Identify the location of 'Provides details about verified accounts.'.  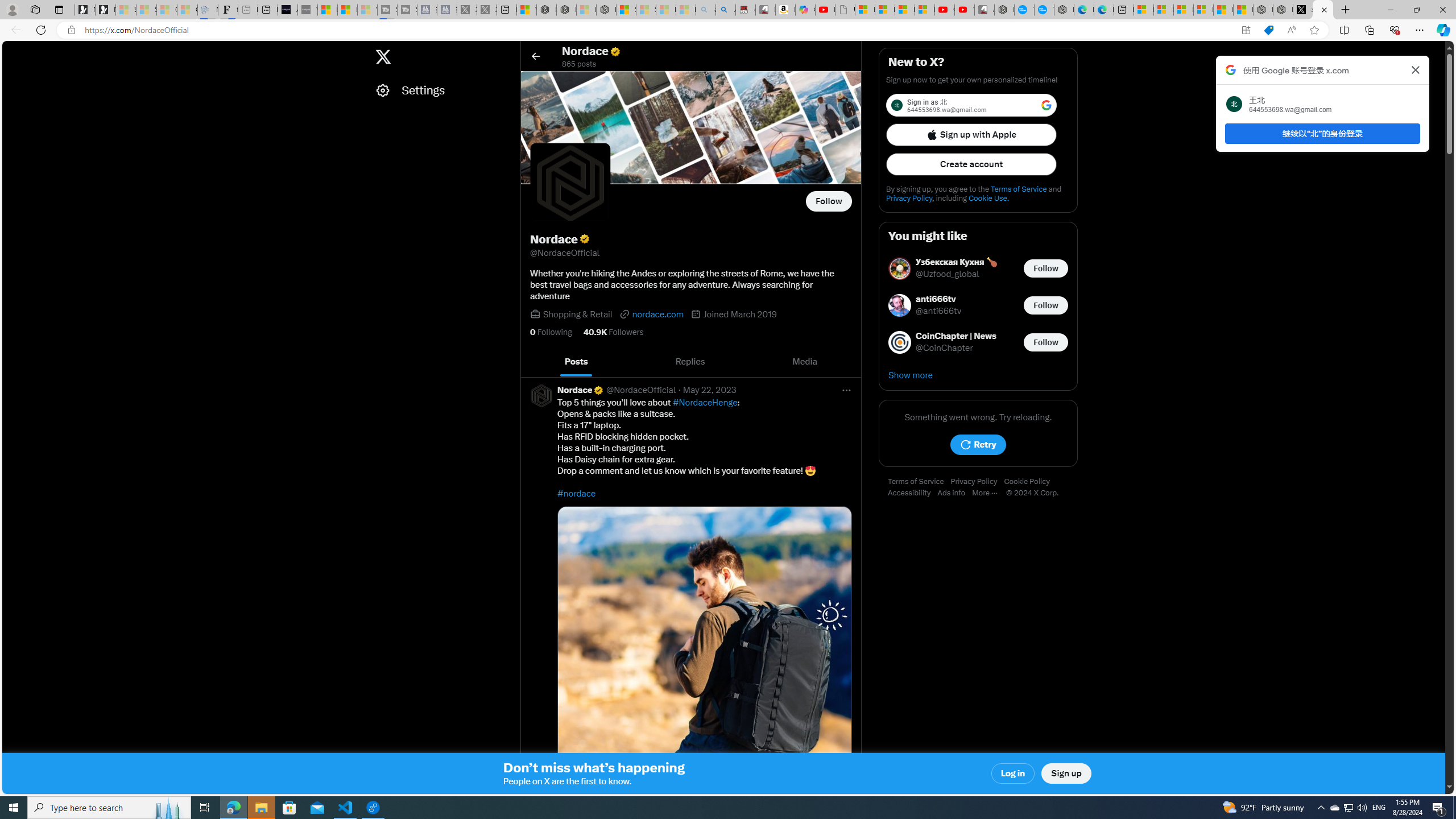
(584, 239).